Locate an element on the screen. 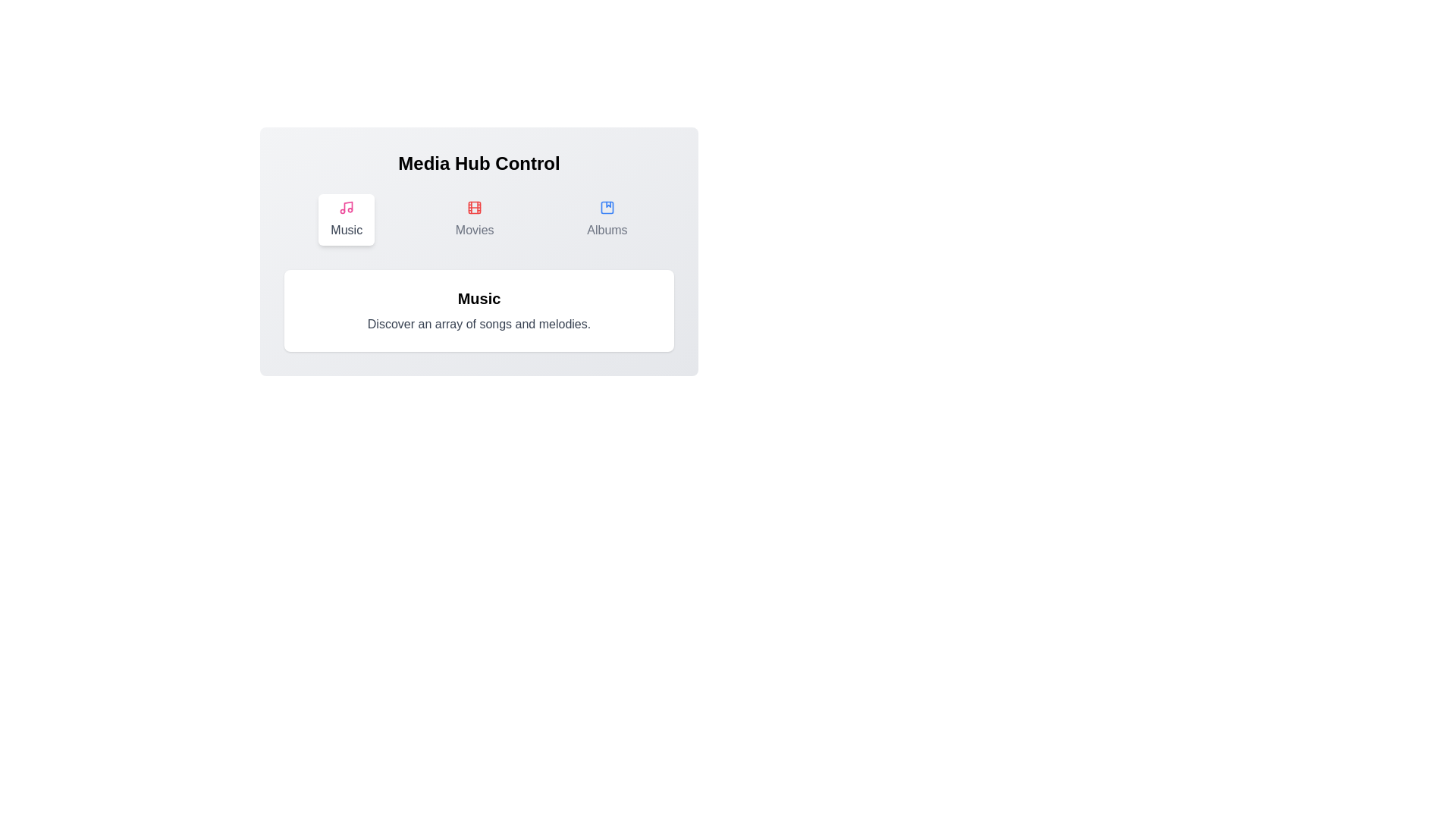  the Albums button to observe its hover effect is located at coordinates (607, 219).